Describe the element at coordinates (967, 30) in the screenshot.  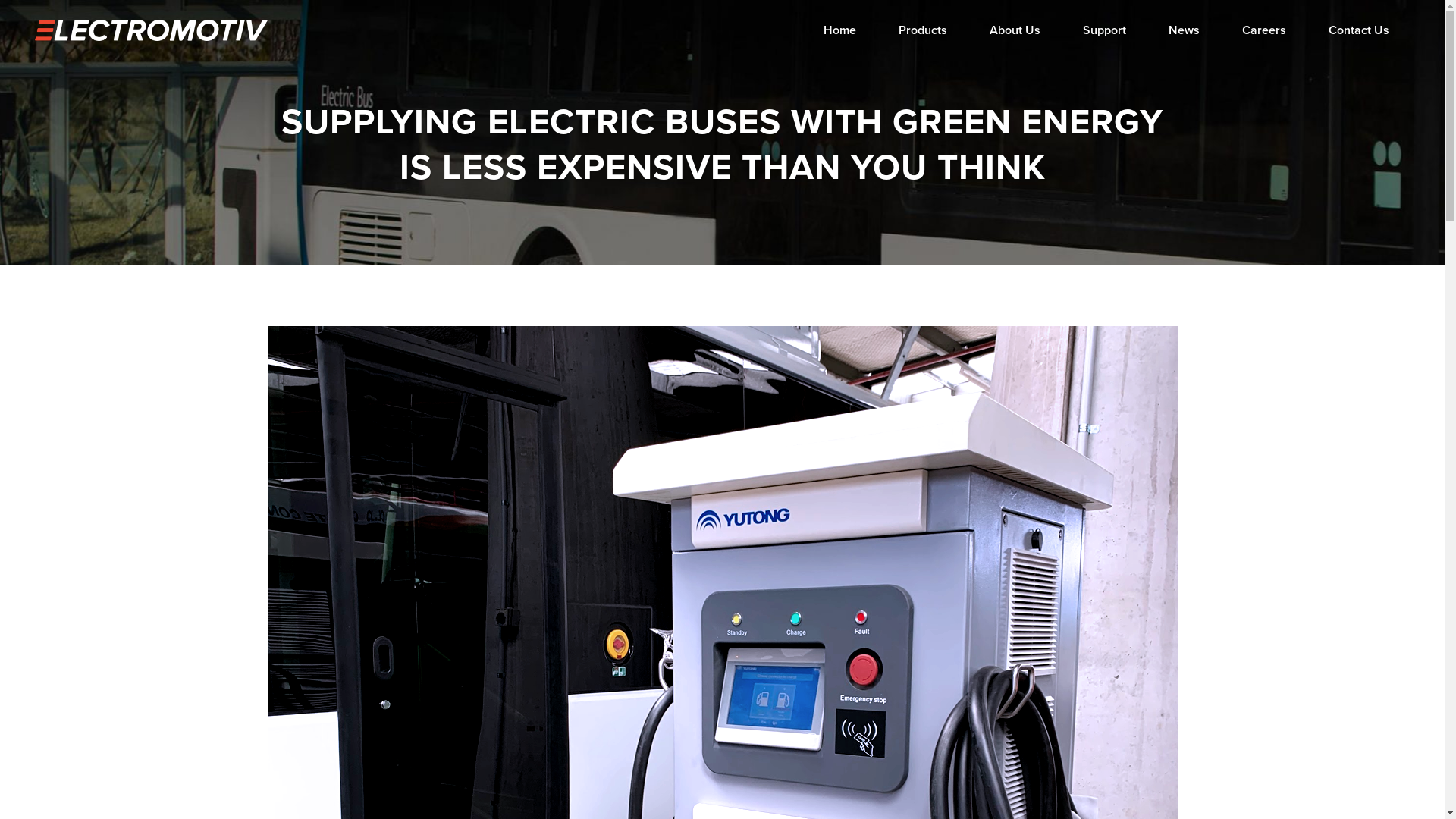
I see `'About Us'` at that location.